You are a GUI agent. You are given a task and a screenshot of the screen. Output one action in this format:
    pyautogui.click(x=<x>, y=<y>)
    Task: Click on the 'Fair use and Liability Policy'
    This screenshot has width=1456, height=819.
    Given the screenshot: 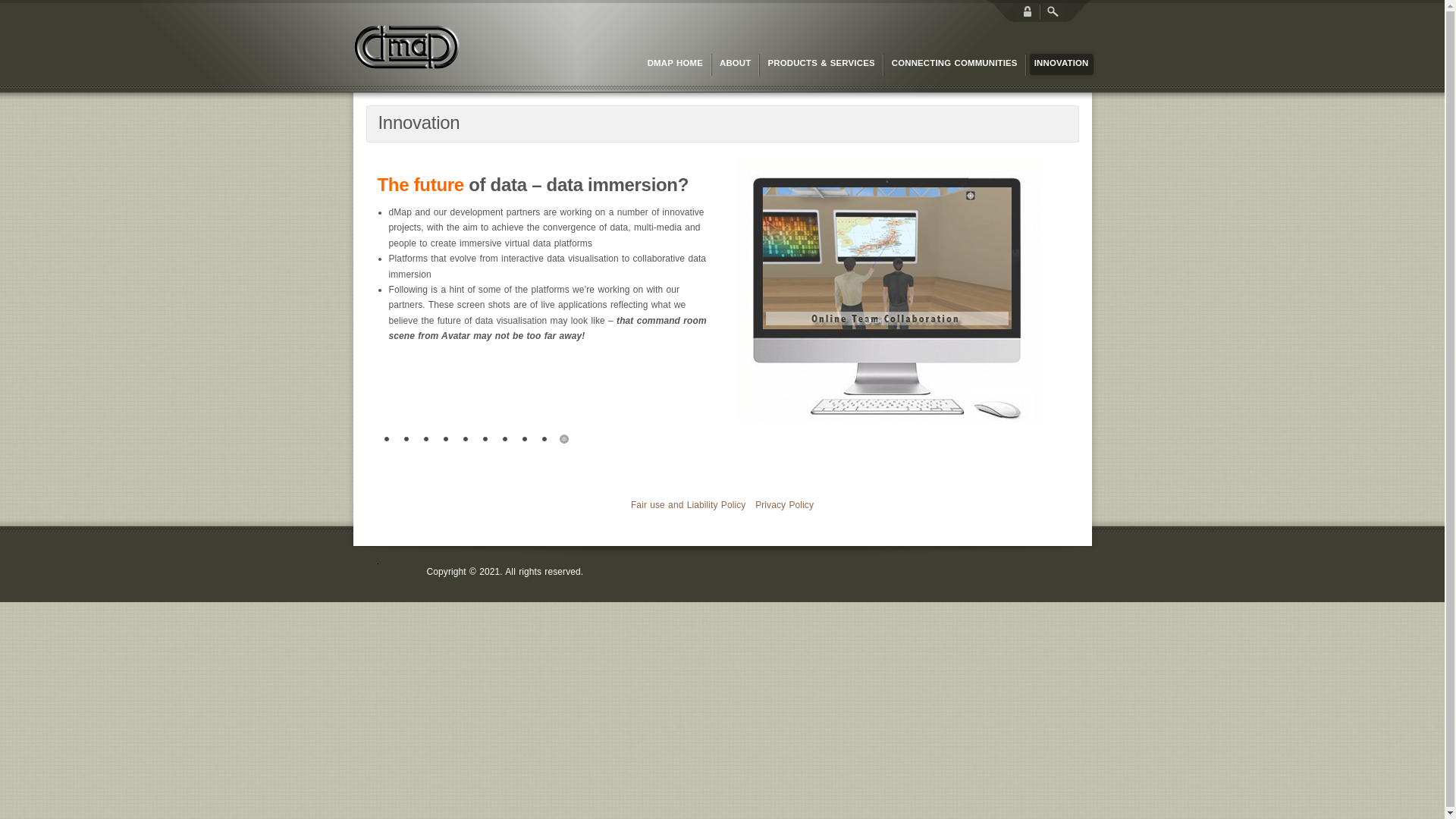 What is the action you would take?
    pyautogui.click(x=687, y=505)
    